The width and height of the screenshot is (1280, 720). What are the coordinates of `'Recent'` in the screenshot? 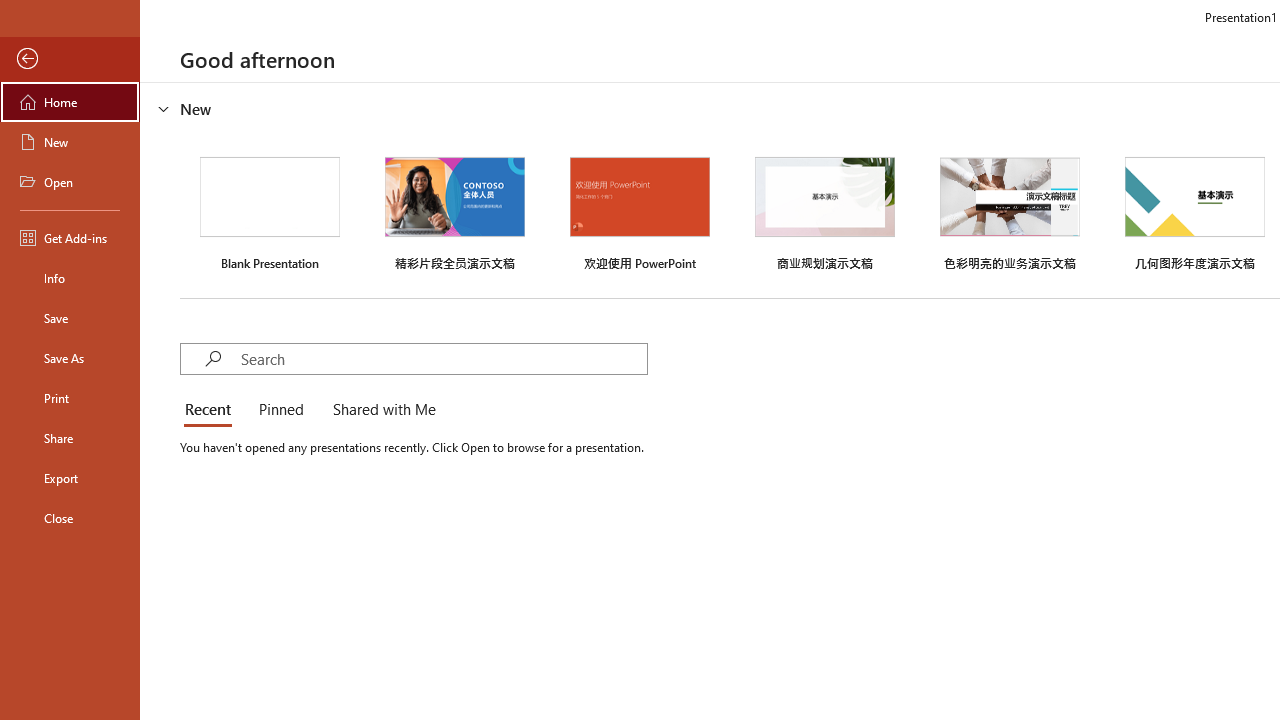 It's located at (212, 410).